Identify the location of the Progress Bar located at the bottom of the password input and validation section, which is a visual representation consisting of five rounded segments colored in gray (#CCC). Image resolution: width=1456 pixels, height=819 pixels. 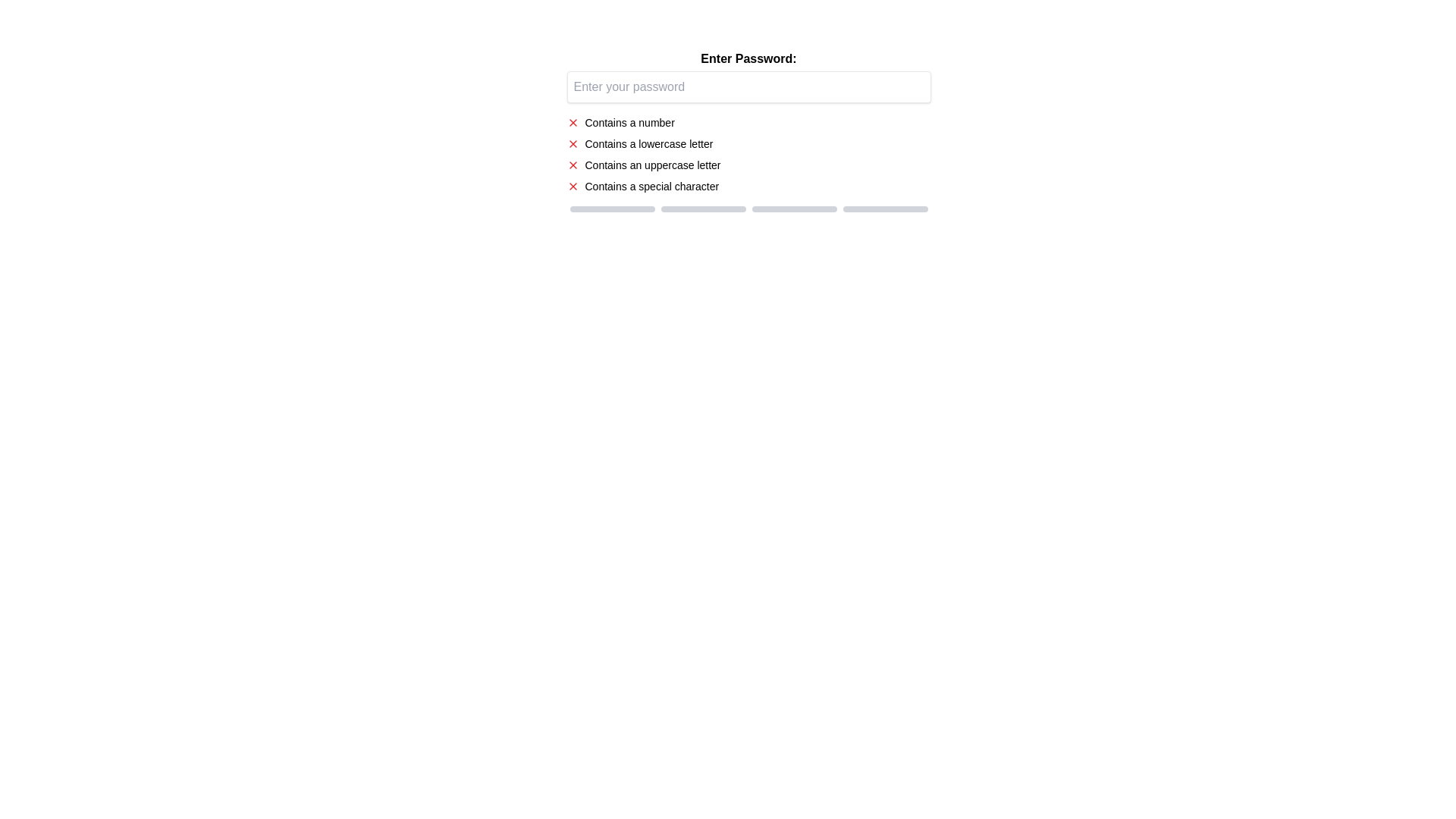
(748, 209).